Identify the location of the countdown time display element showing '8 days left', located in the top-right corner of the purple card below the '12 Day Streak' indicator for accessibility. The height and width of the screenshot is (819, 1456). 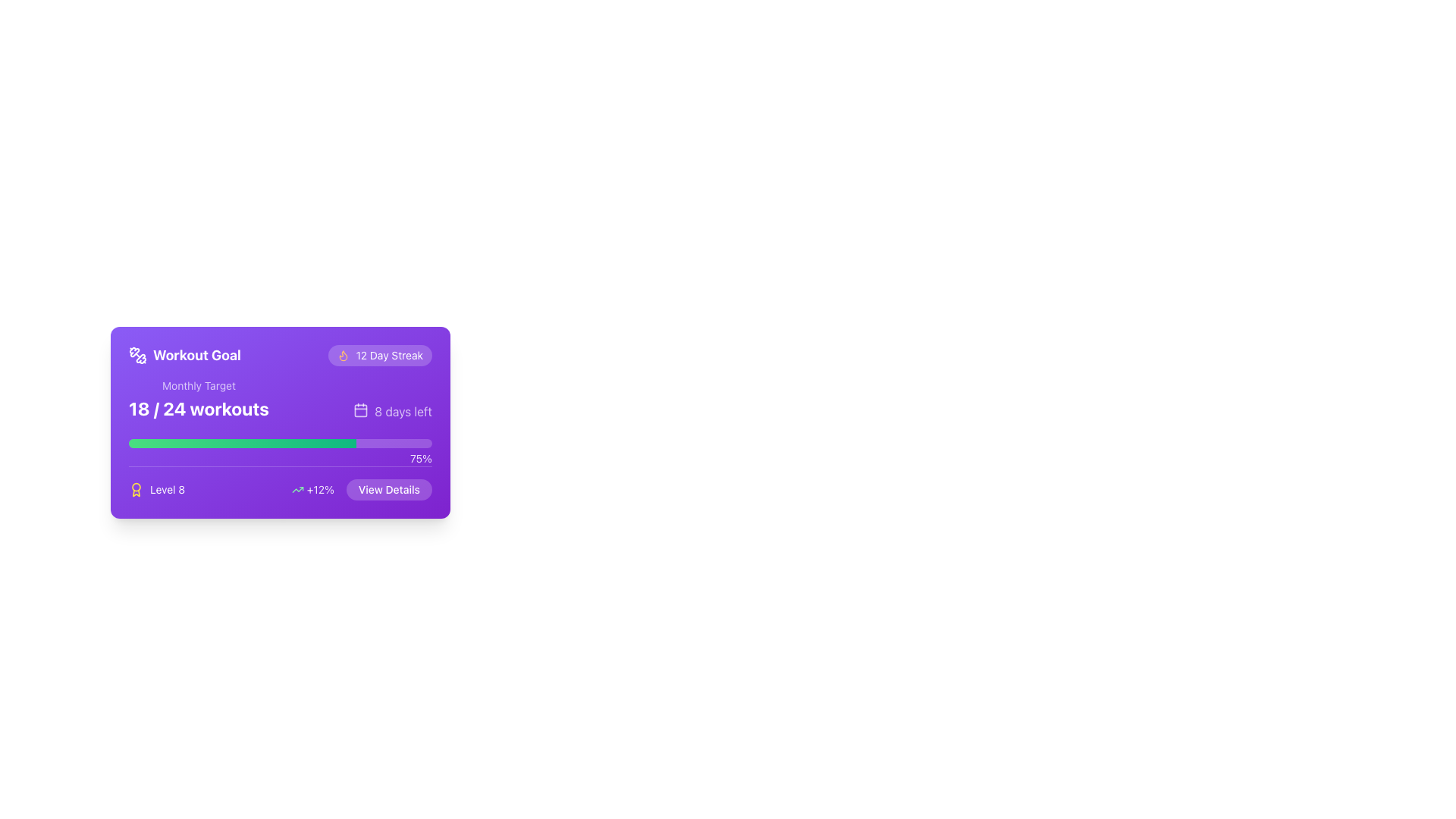
(393, 412).